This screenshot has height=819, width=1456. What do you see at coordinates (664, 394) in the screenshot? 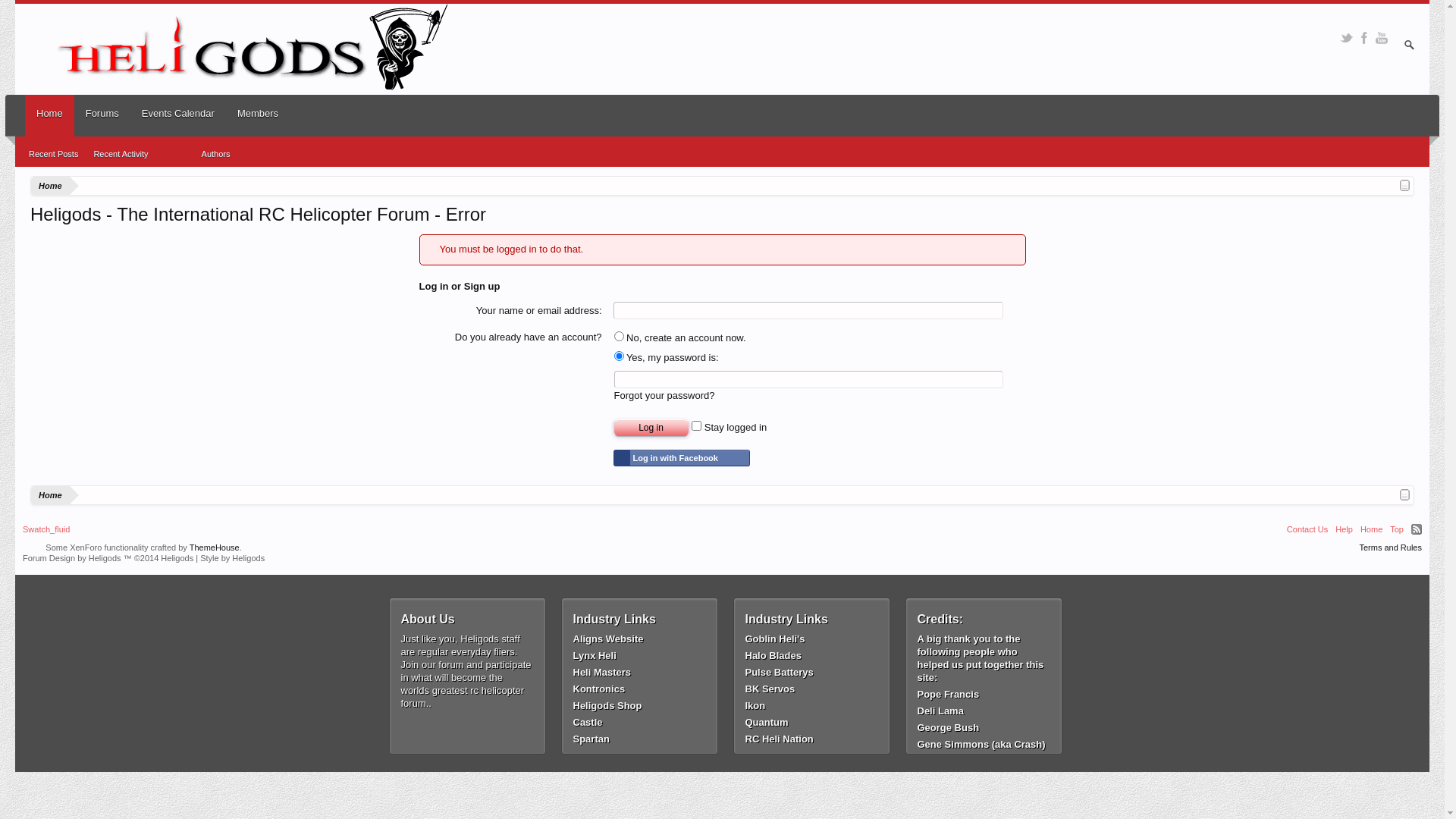
I see `'Forgot your password?'` at bounding box center [664, 394].